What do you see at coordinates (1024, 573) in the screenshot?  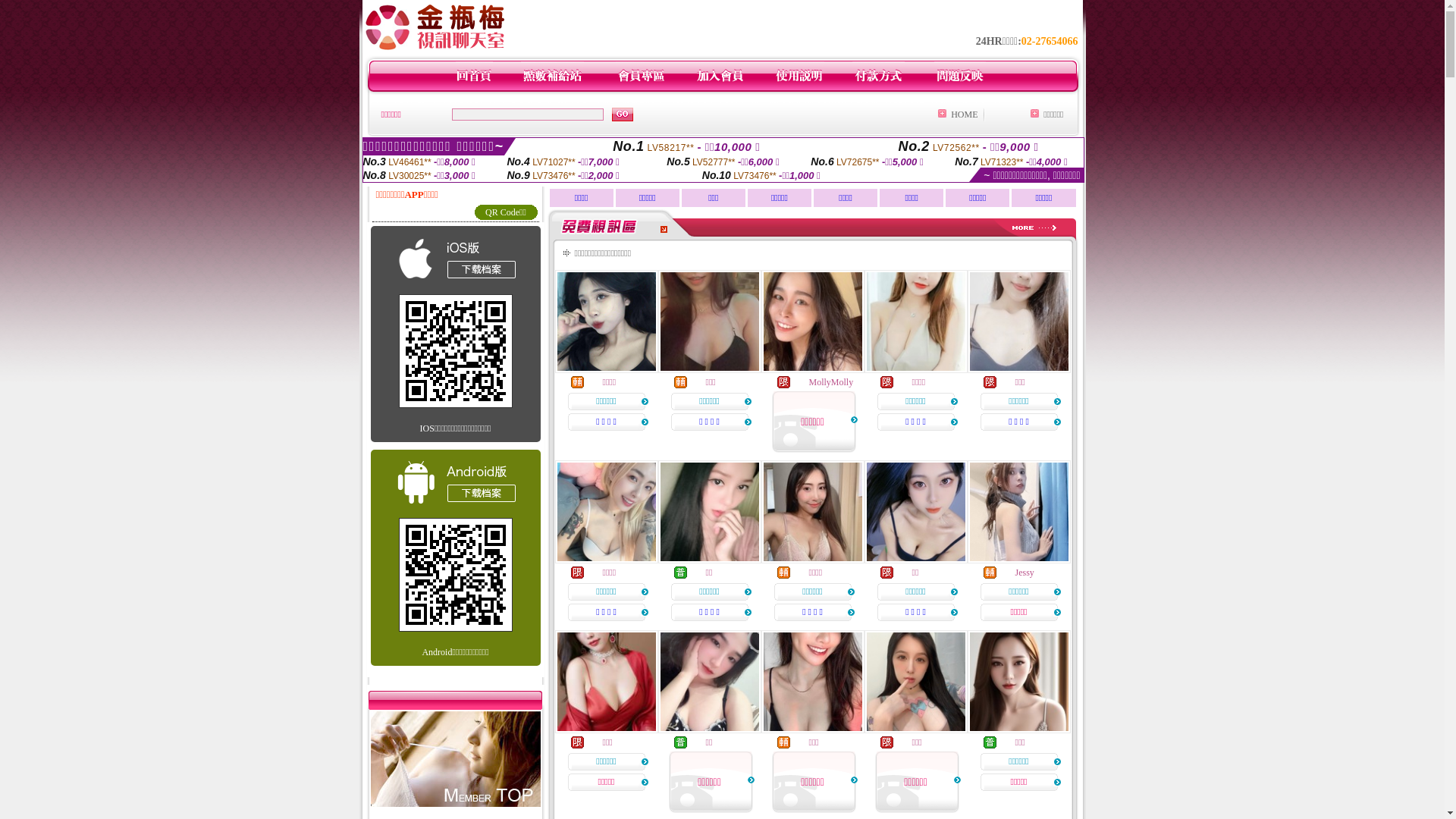 I see `'Jessy'` at bounding box center [1024, 573].